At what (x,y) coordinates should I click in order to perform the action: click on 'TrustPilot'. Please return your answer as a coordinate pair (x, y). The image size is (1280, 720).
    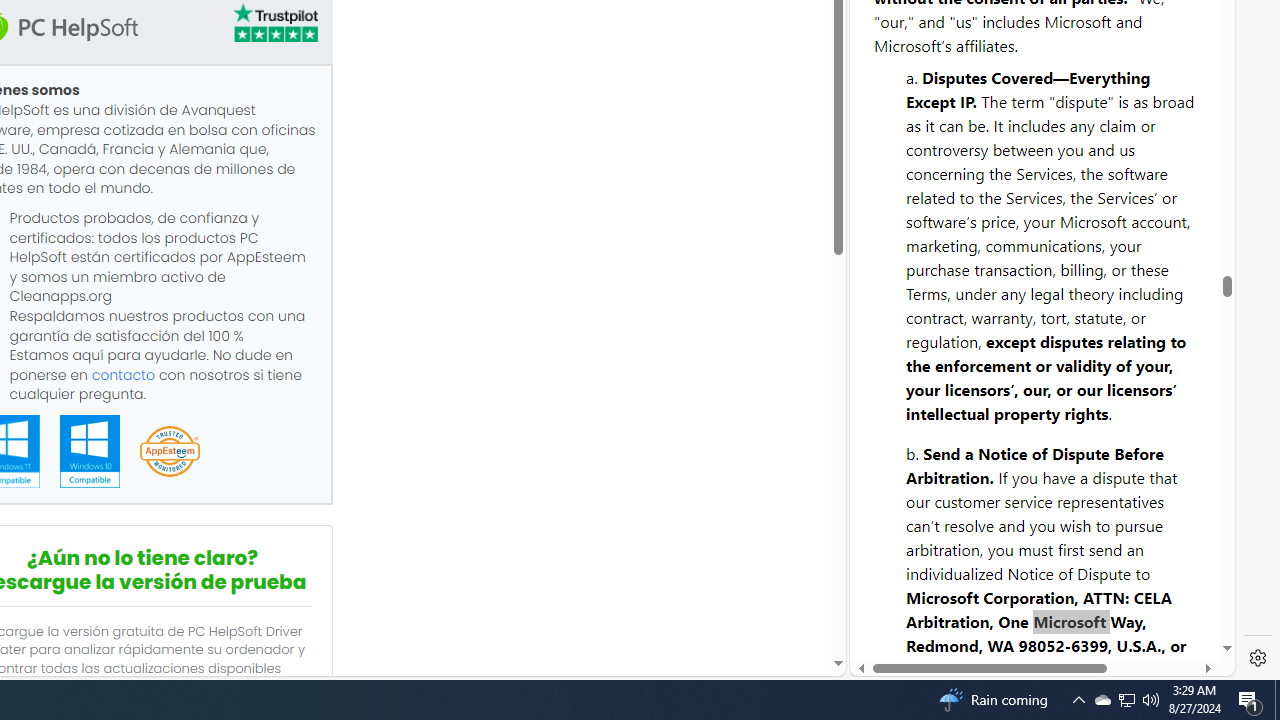
    Looking at the image, I should click on (273, 23).